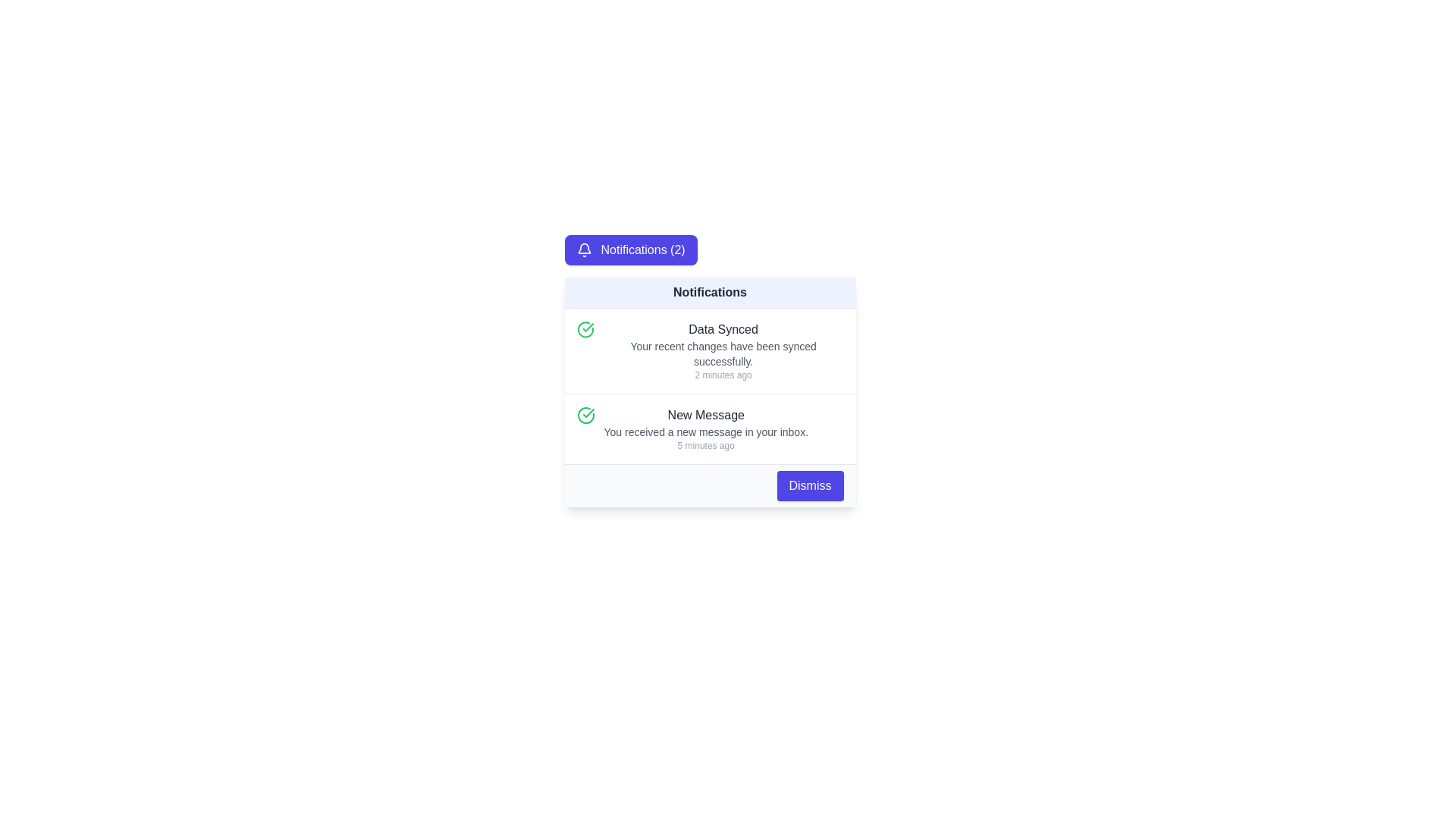 The image size is (1456, 819). What do you see at coordinates (705, 432) in the screenshot?
I see `the text message 'You received a new message in your inbox.' located in the lower part of the 'New Message' notification block` at bounding box center [705, 432].